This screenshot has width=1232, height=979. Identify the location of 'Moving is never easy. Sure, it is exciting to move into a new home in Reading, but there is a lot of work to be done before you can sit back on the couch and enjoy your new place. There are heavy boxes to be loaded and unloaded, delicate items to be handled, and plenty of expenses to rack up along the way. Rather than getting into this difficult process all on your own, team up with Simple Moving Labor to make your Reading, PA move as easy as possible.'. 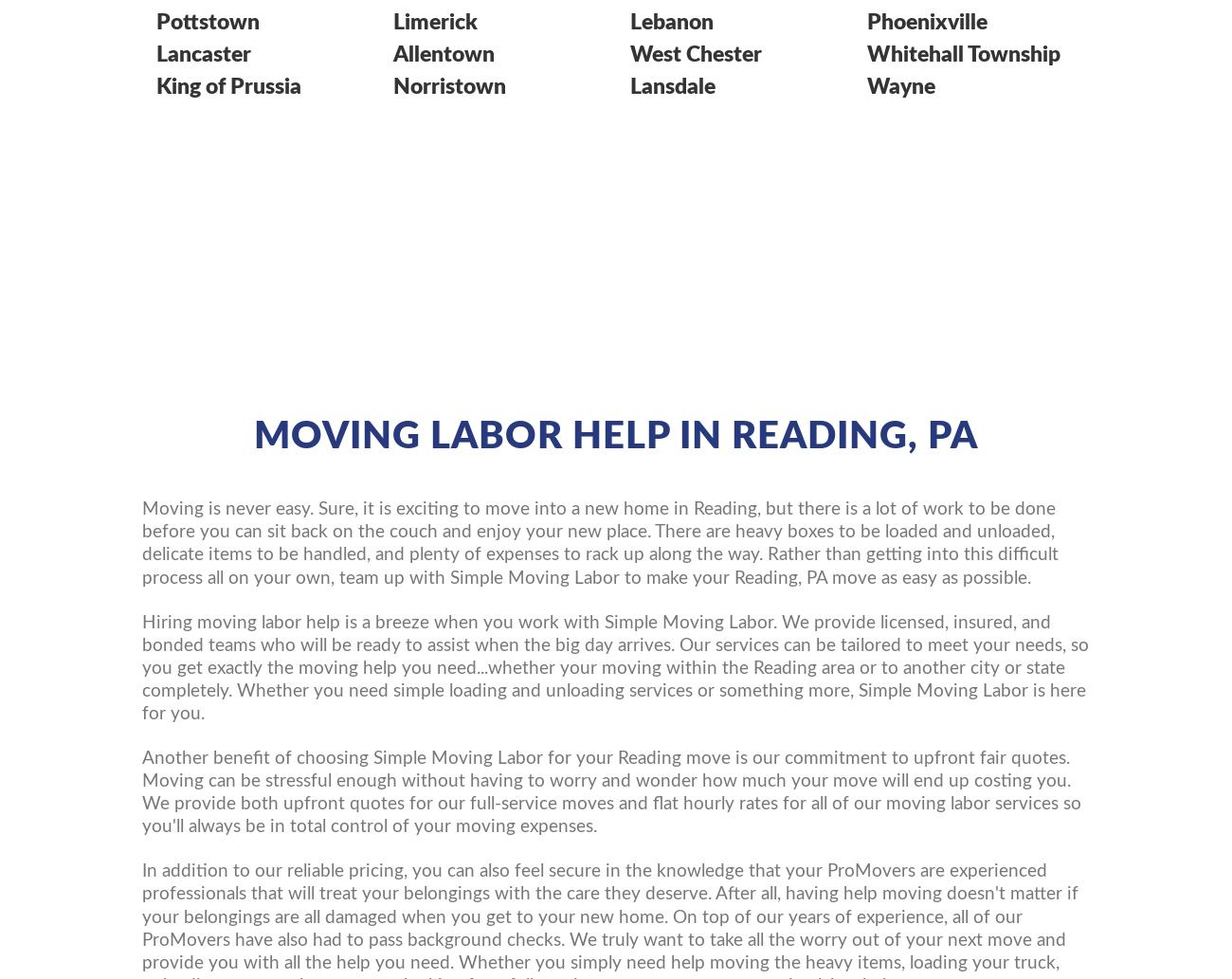
(600, 542).